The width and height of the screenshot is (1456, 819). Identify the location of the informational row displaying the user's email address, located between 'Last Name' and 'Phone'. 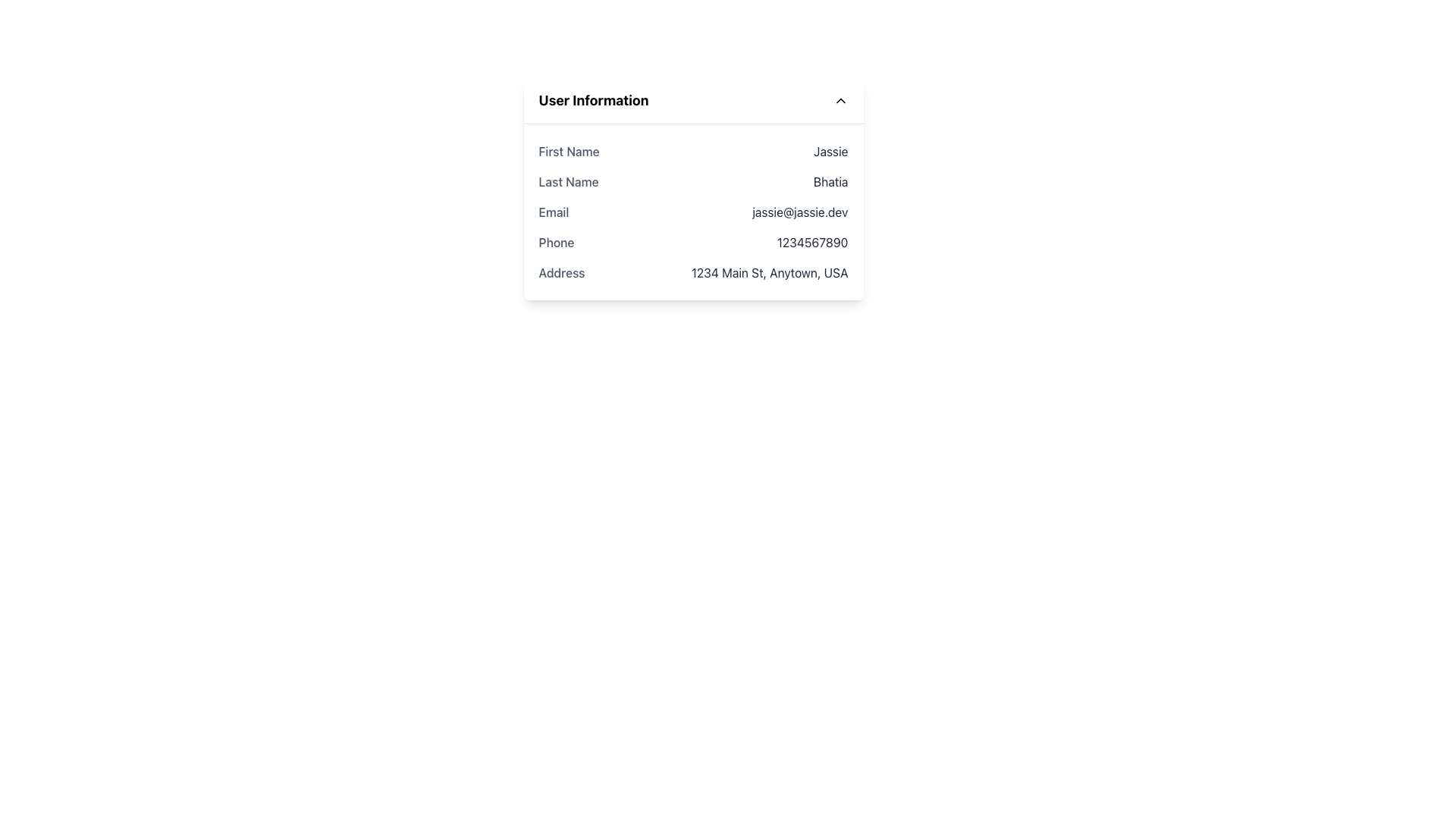
(692, 212).